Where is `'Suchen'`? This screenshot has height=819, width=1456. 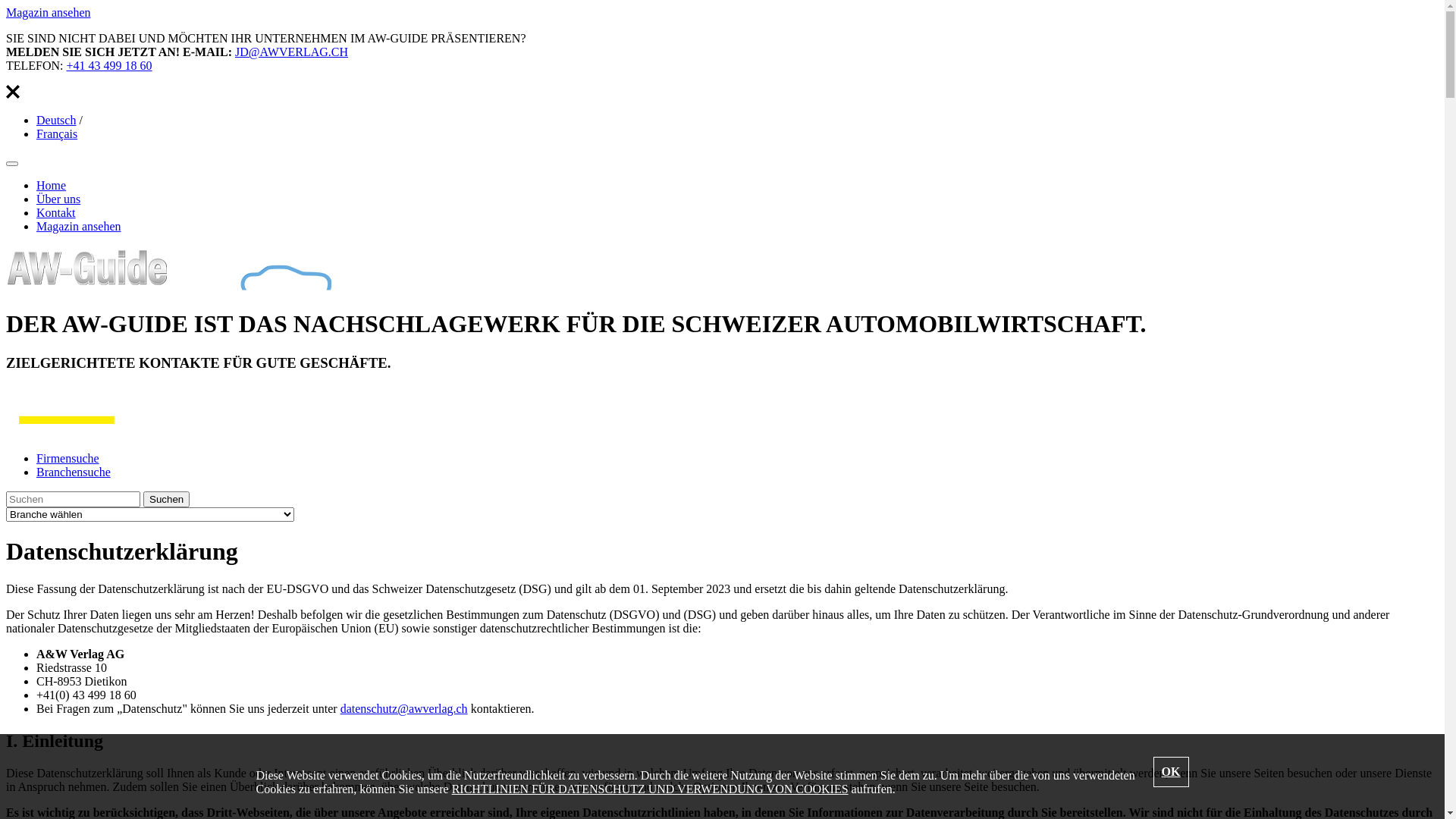
'Suchen' is located at coordinates (166, 499).